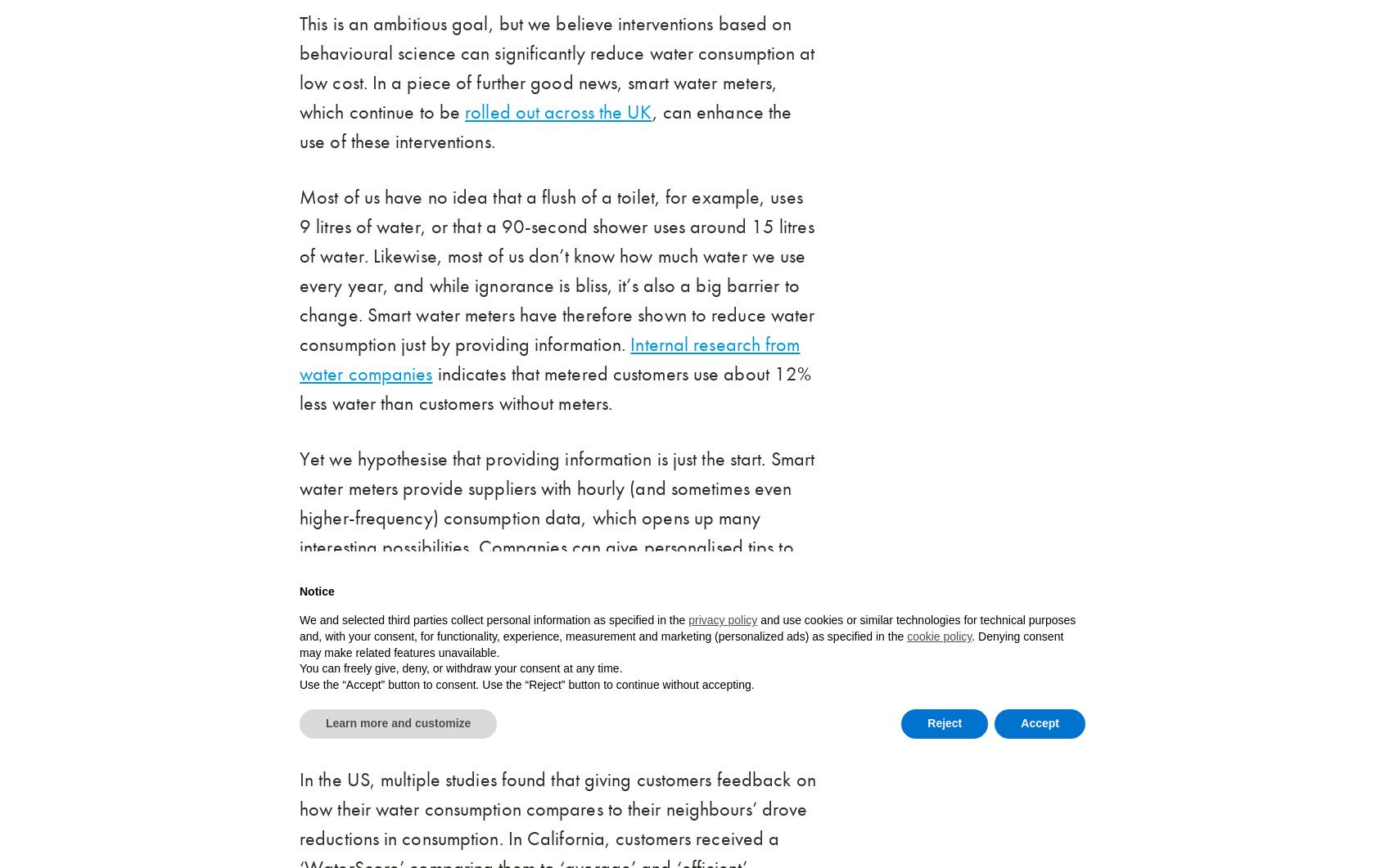 Image resolution: width=1385 pixels, height=868 pixels. I want to click on 'Yet we hypothesise that providing information is just the start. Smart water meters provide suppliers with hourly (and sometimes even higher-frequency) consumption data, which opens up many interesting possibilities. Companies can give personalised tips to customers. They can provide snapshots of how a customer’s water consumption compares to their neighbours’. Even more creative ideas include ‘gamifying’ water conservation, much as health apps gamify the amount of exercise one does each day. Companies could even run friendly neighbourhood-versus-neighbourhood competitions to be the ‘biggest loser’.', so click(557, 591).